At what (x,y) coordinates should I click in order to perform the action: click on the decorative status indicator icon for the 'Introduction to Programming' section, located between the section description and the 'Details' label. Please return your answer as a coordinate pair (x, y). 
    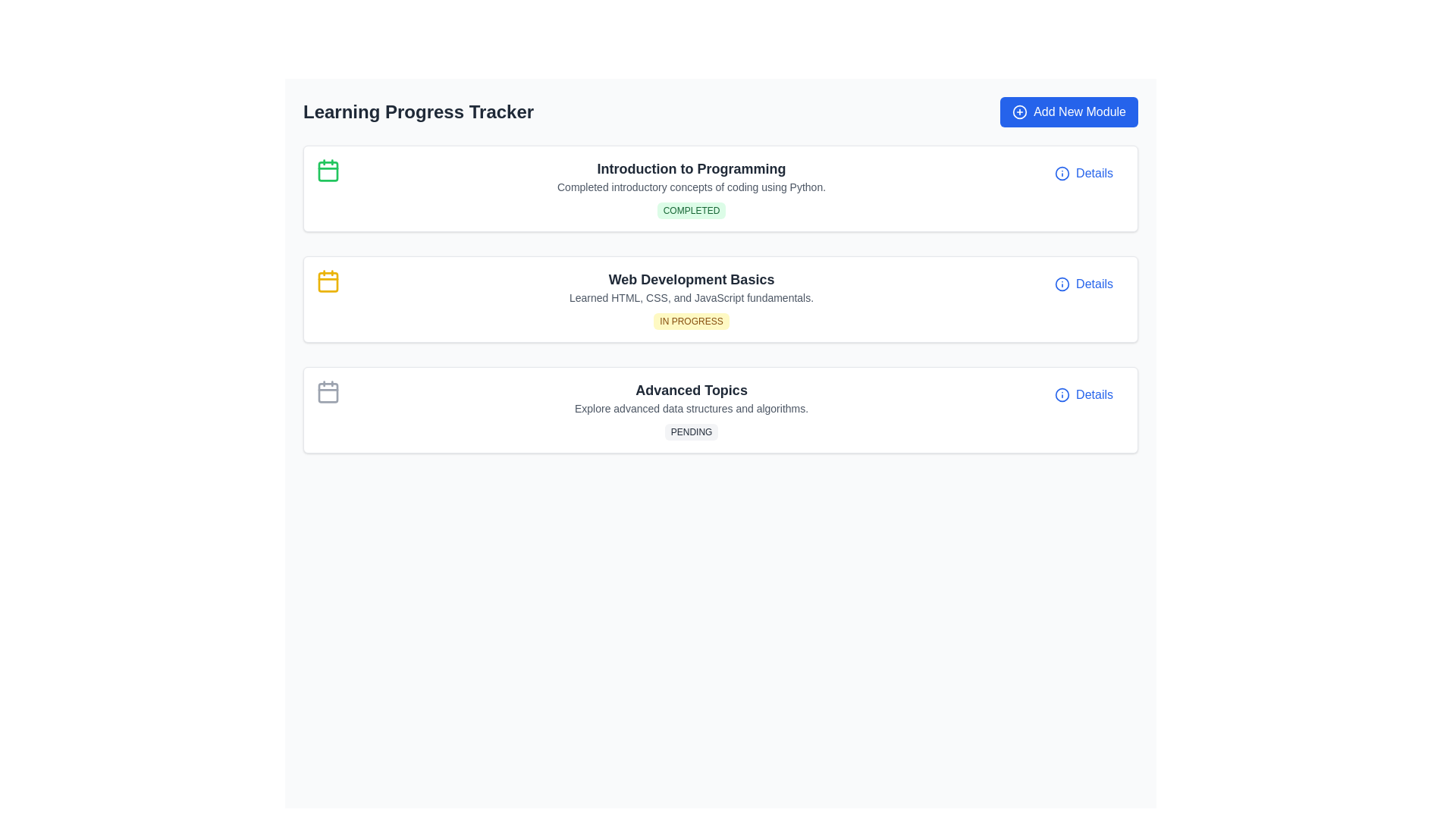
    Looking at the image, I should click on (1062, 172).